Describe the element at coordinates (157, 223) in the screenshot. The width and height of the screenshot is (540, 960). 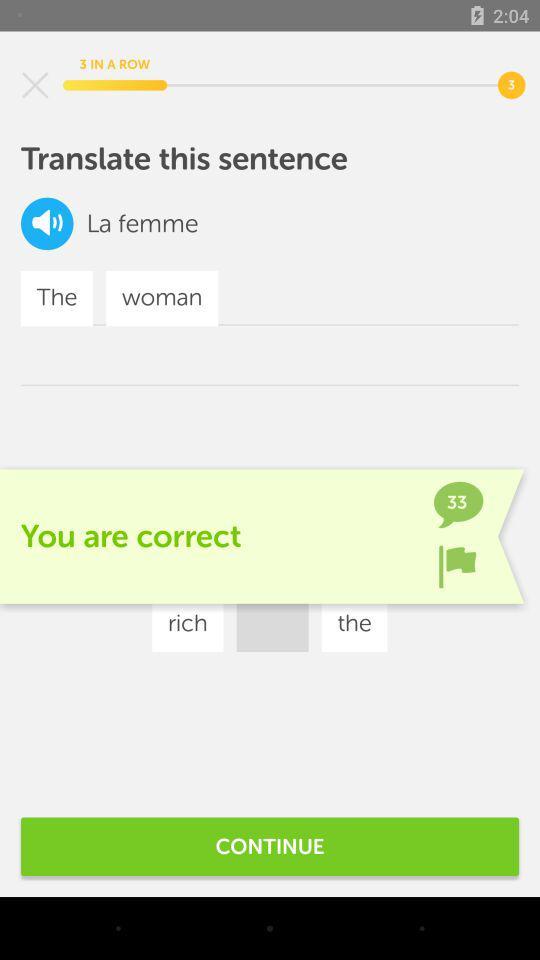
I see `icon next to the   icon` at that location.